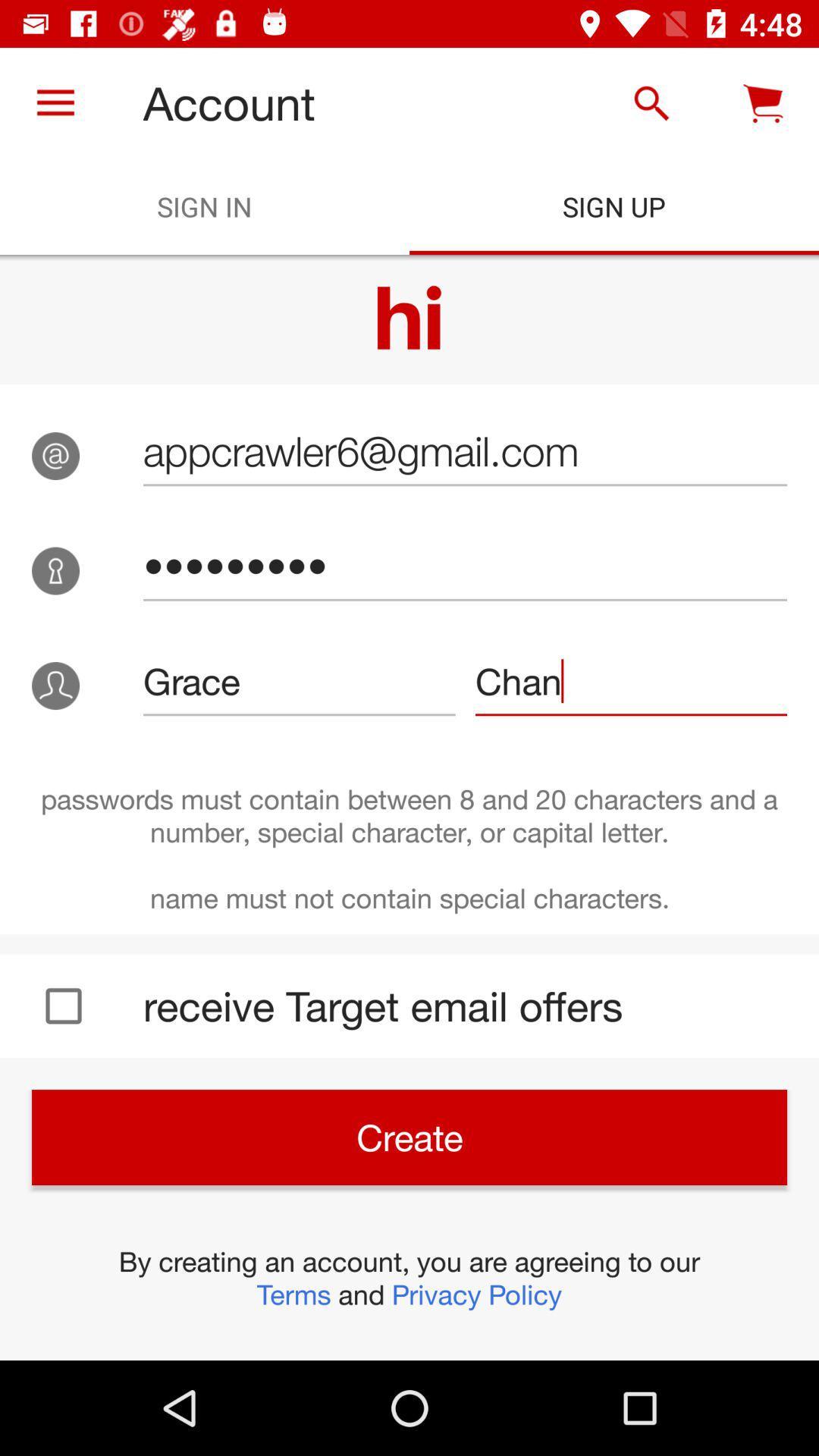 Image resolution: width=819 pixels, height=1456 pixels. I want to click on by creating an icon, so click(409, 1277).